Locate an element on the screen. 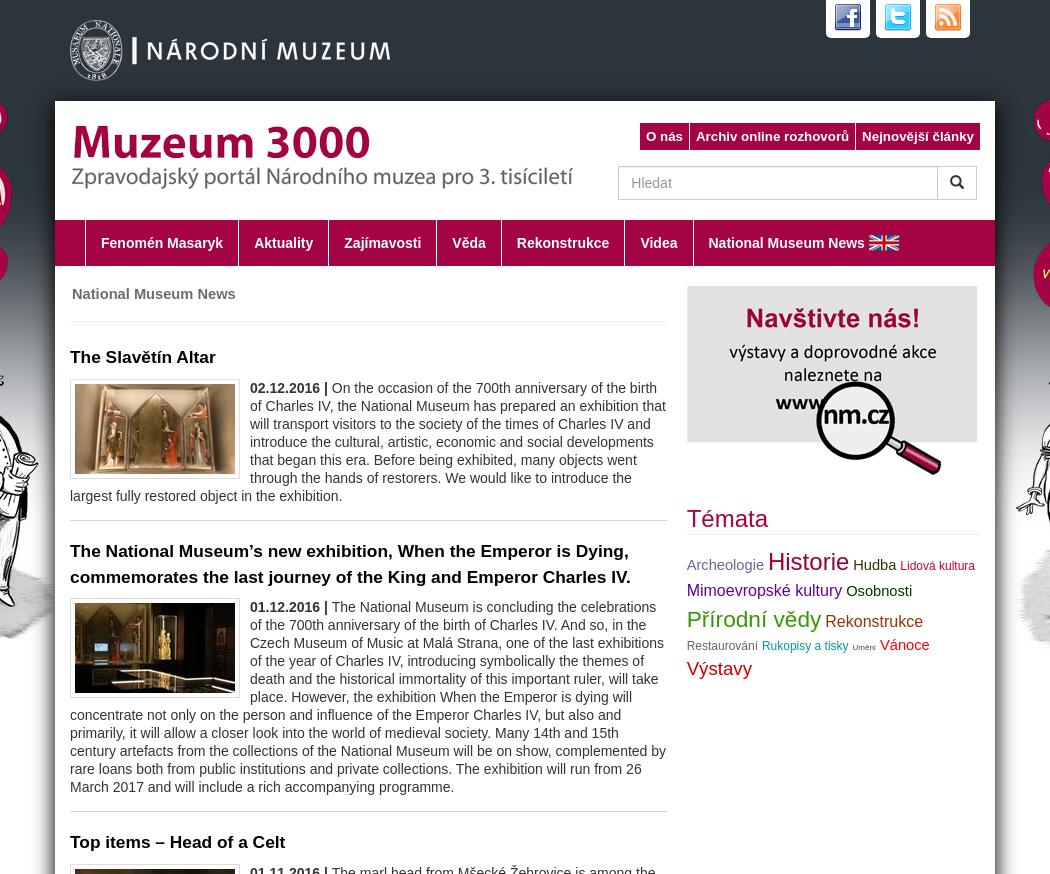  'Témata' is located at coordinates (726, 518).